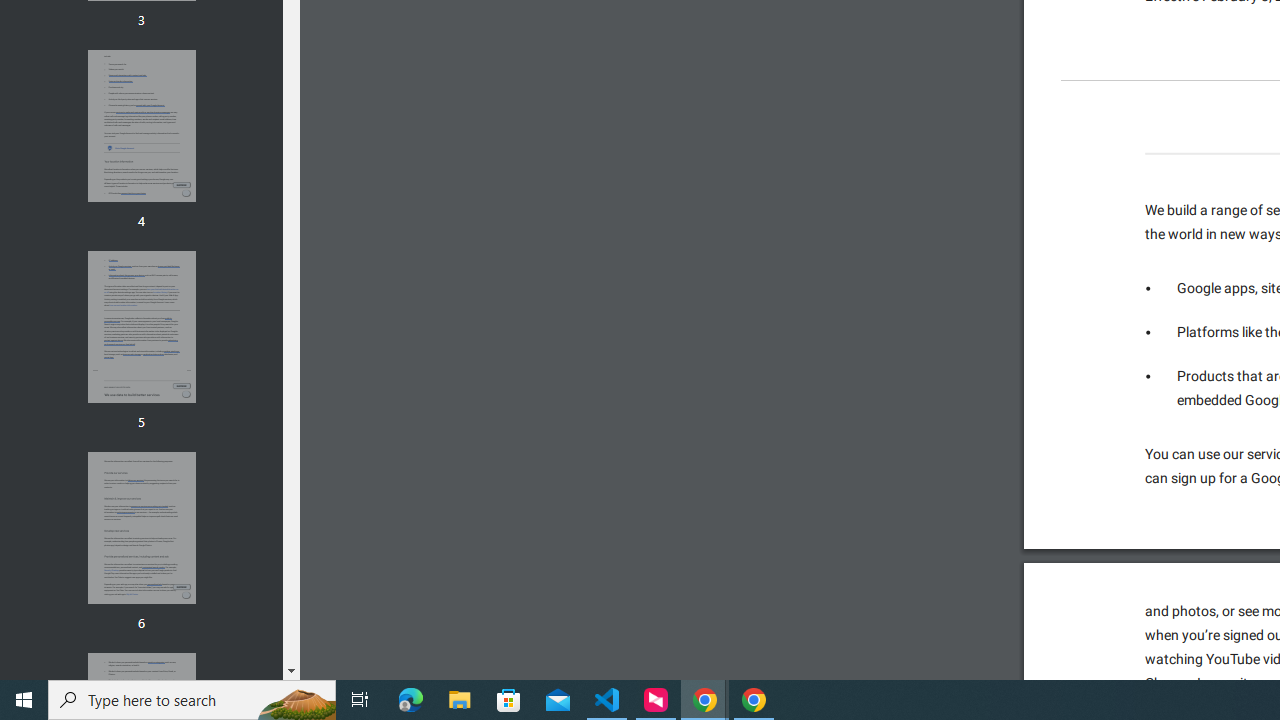  Describe the element at coordinates (140, 326) in the screenshot. I see `'Thumbnail for page 5'` at that location.